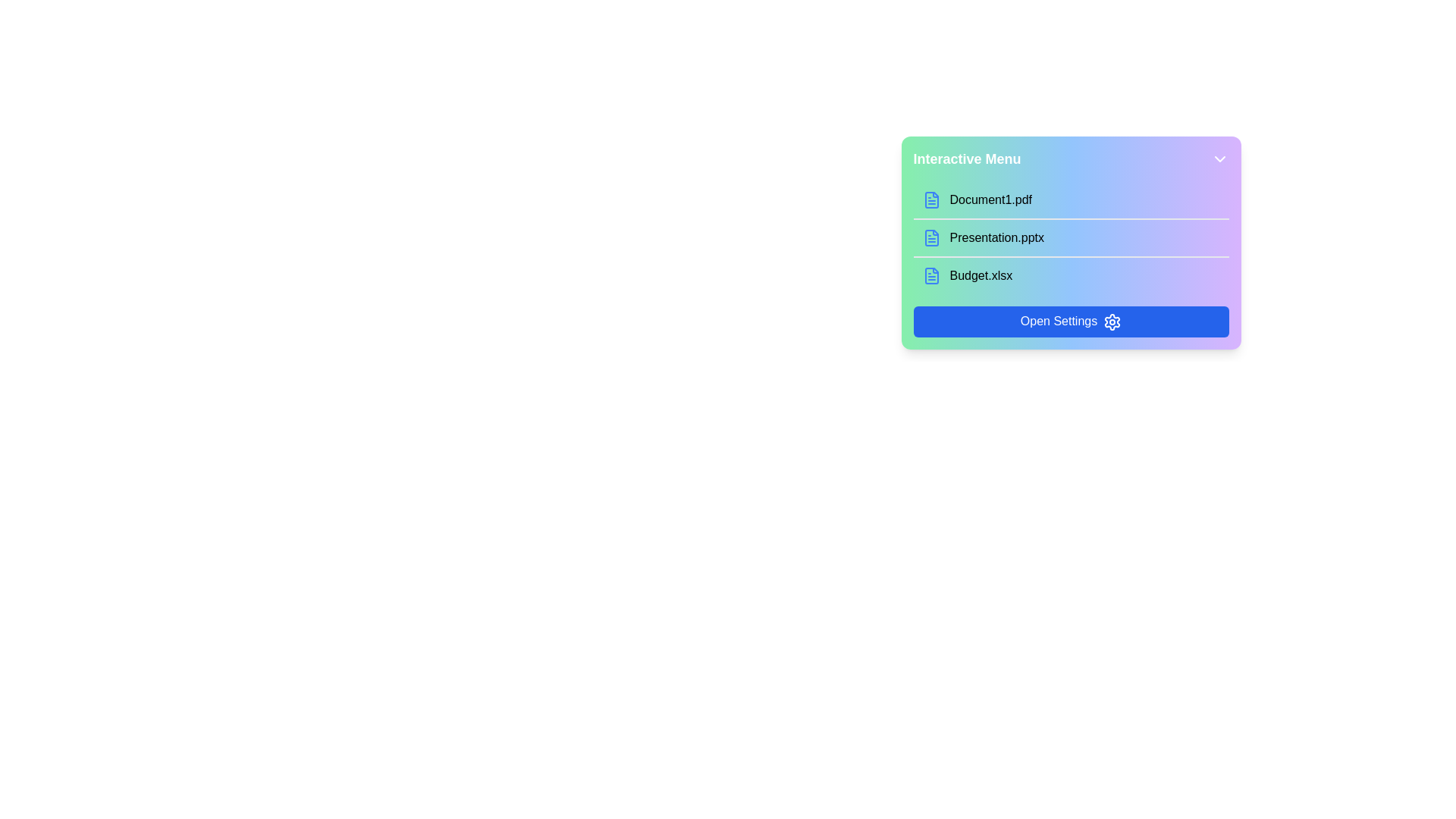 This screenshot has height=819, width=1456. Describe the element at coordinates (1112, 321) in the screenshot. I see `the settings icon located inside the blue 'Open Settings' button in the gradient-colored interactive menu for information about its associated function` at that location.